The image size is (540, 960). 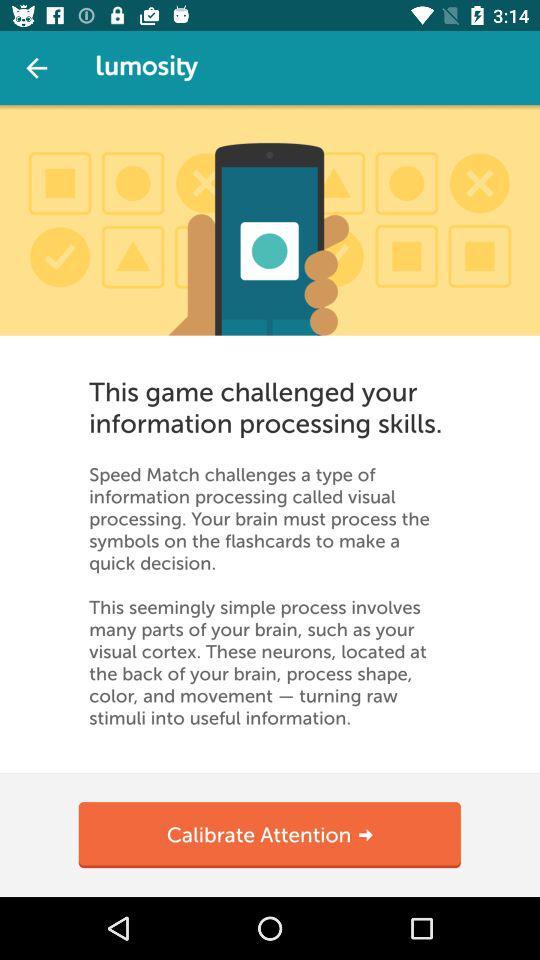 I want to click on exit out, so click(x=36, y=68).